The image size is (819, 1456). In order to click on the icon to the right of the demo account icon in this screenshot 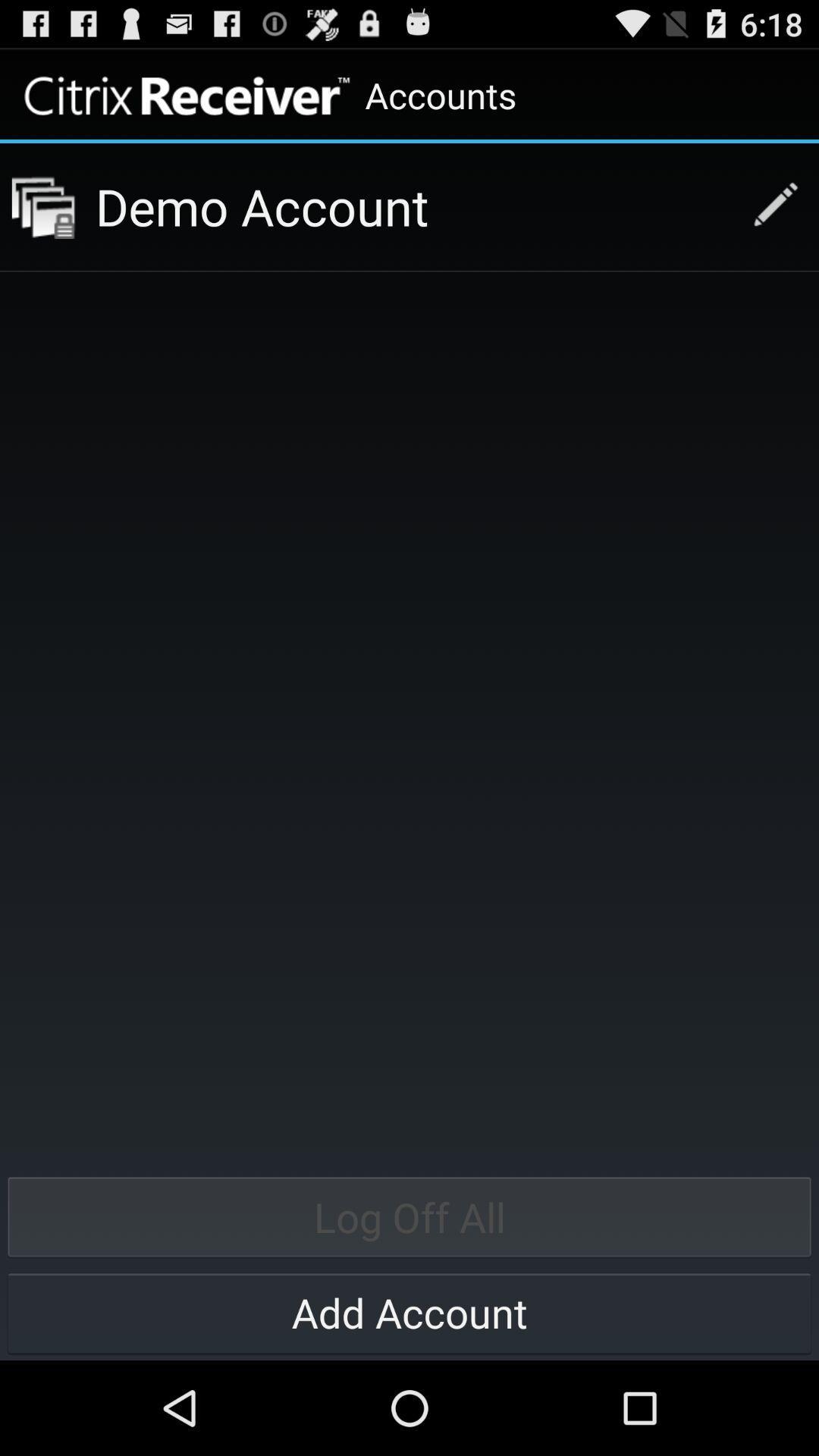, I will do `click(767, 206)`.